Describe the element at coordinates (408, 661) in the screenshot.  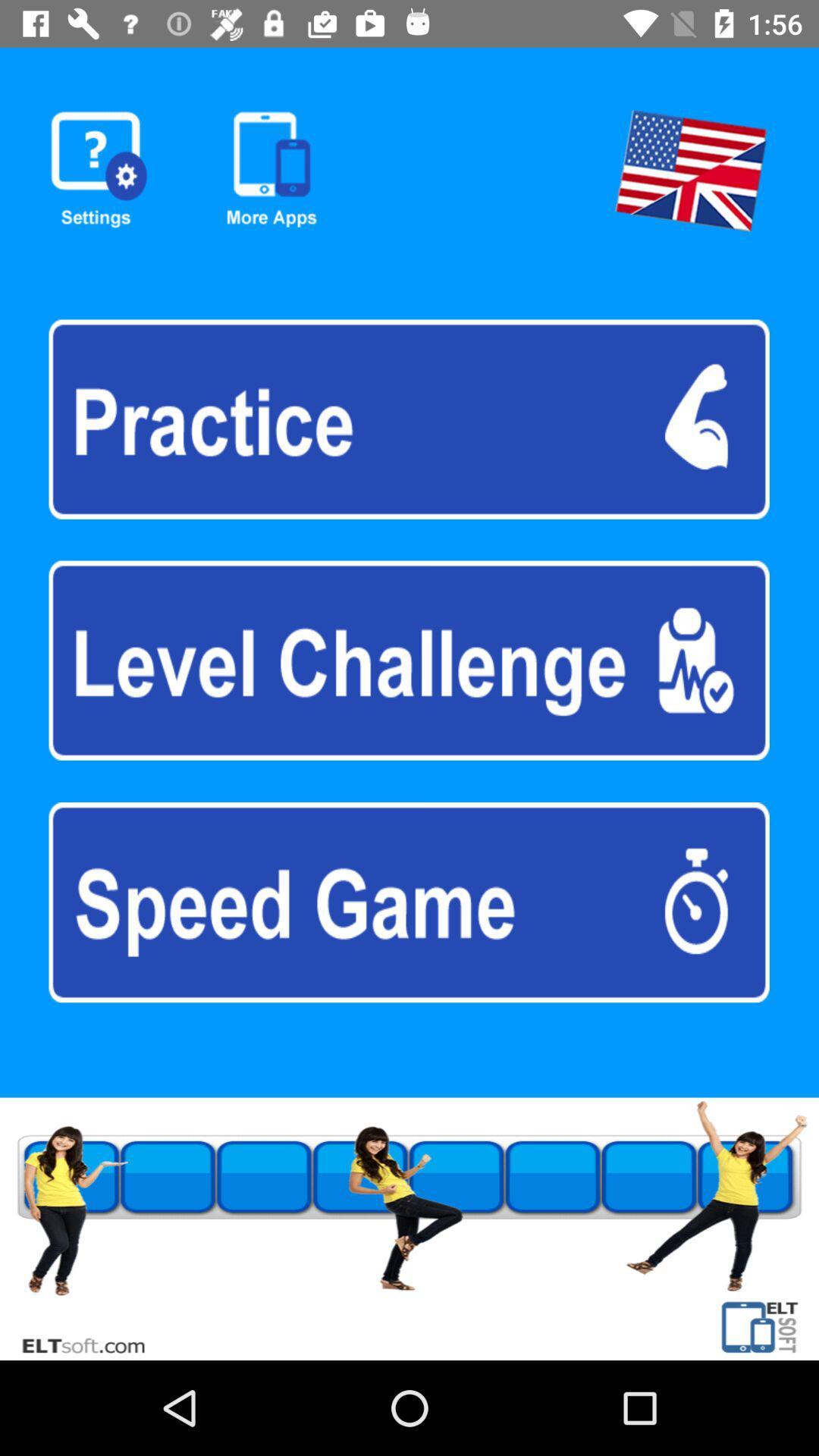
I see `play` at that location.